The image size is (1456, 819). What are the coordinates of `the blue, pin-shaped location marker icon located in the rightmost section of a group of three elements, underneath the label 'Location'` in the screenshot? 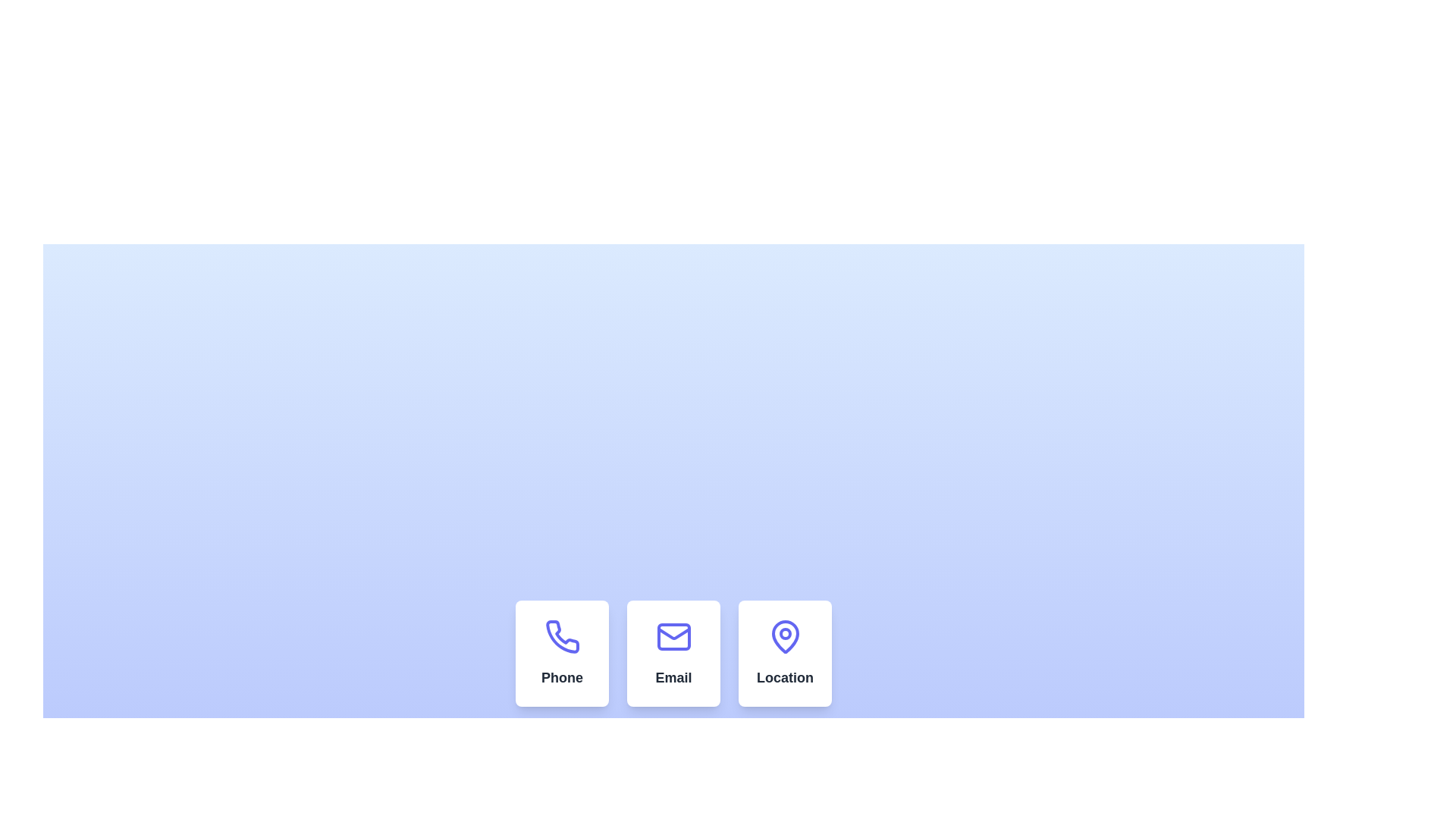 It's located at (785, 637).